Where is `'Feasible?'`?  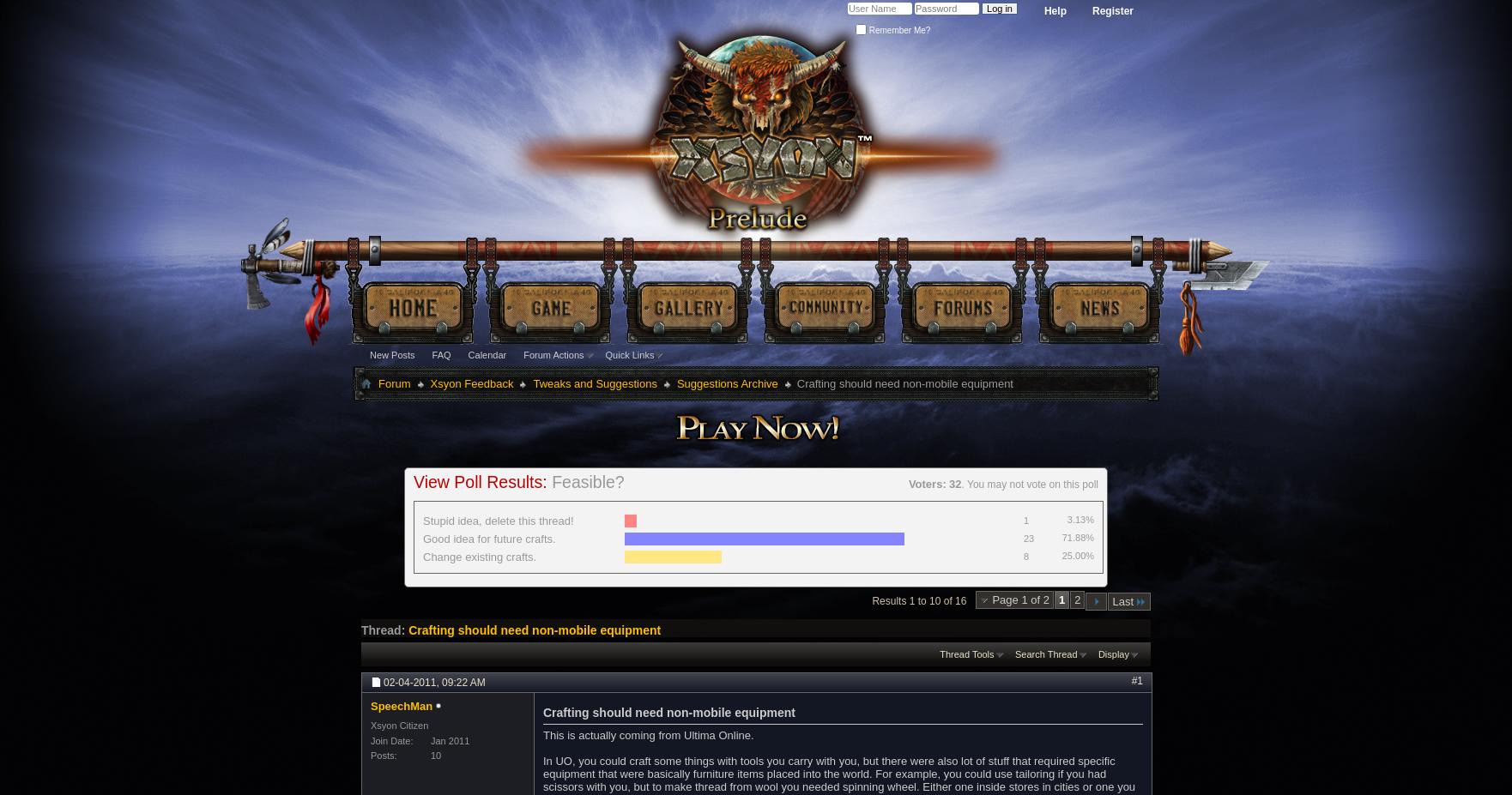 'Feasible?' is located at coordinates (587, 481).